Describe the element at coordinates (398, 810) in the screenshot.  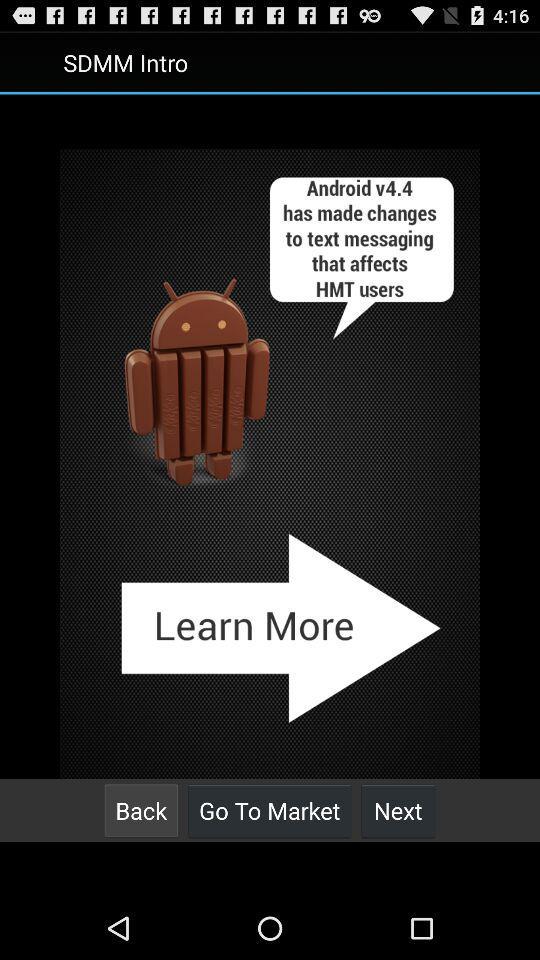
I see `next` at that location.